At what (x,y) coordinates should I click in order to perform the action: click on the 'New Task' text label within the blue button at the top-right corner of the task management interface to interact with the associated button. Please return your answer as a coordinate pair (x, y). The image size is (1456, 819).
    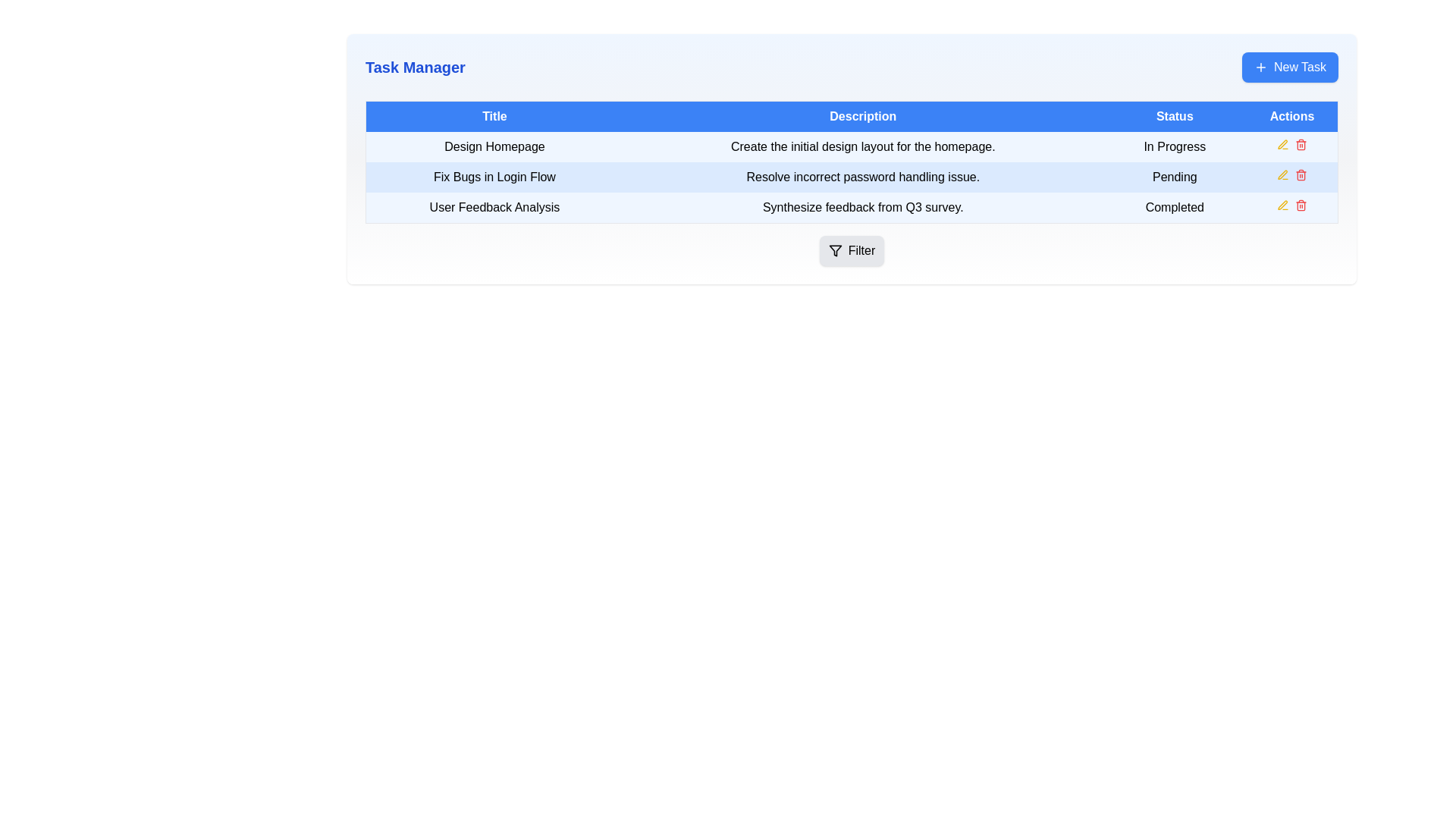
    Looking at the image, I should click on (1299, 66).